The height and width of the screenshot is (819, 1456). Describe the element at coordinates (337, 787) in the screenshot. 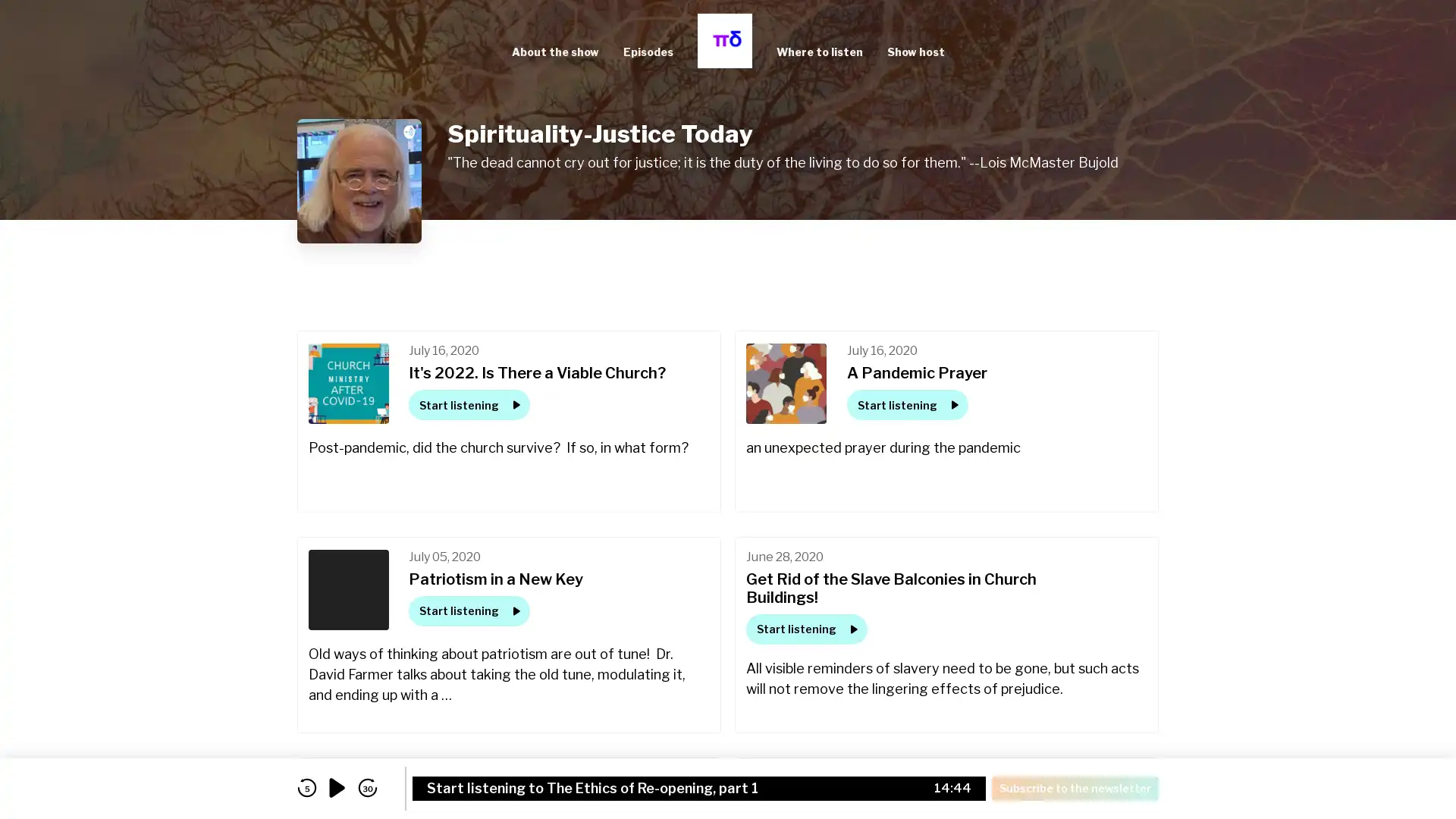

I see `play audio` at that location.